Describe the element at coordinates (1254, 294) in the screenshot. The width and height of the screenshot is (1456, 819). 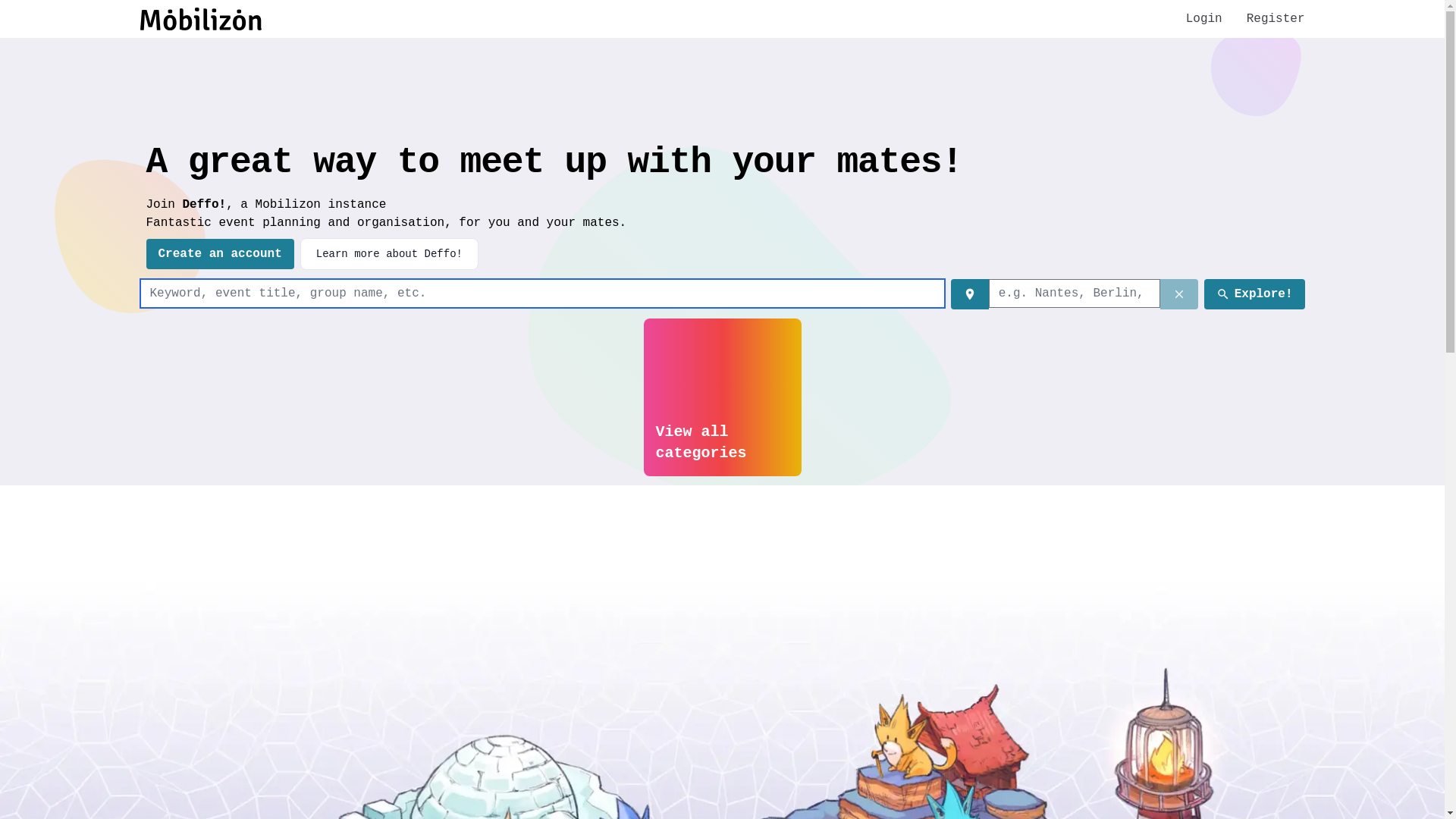
I see `'Explore!'` at that location.